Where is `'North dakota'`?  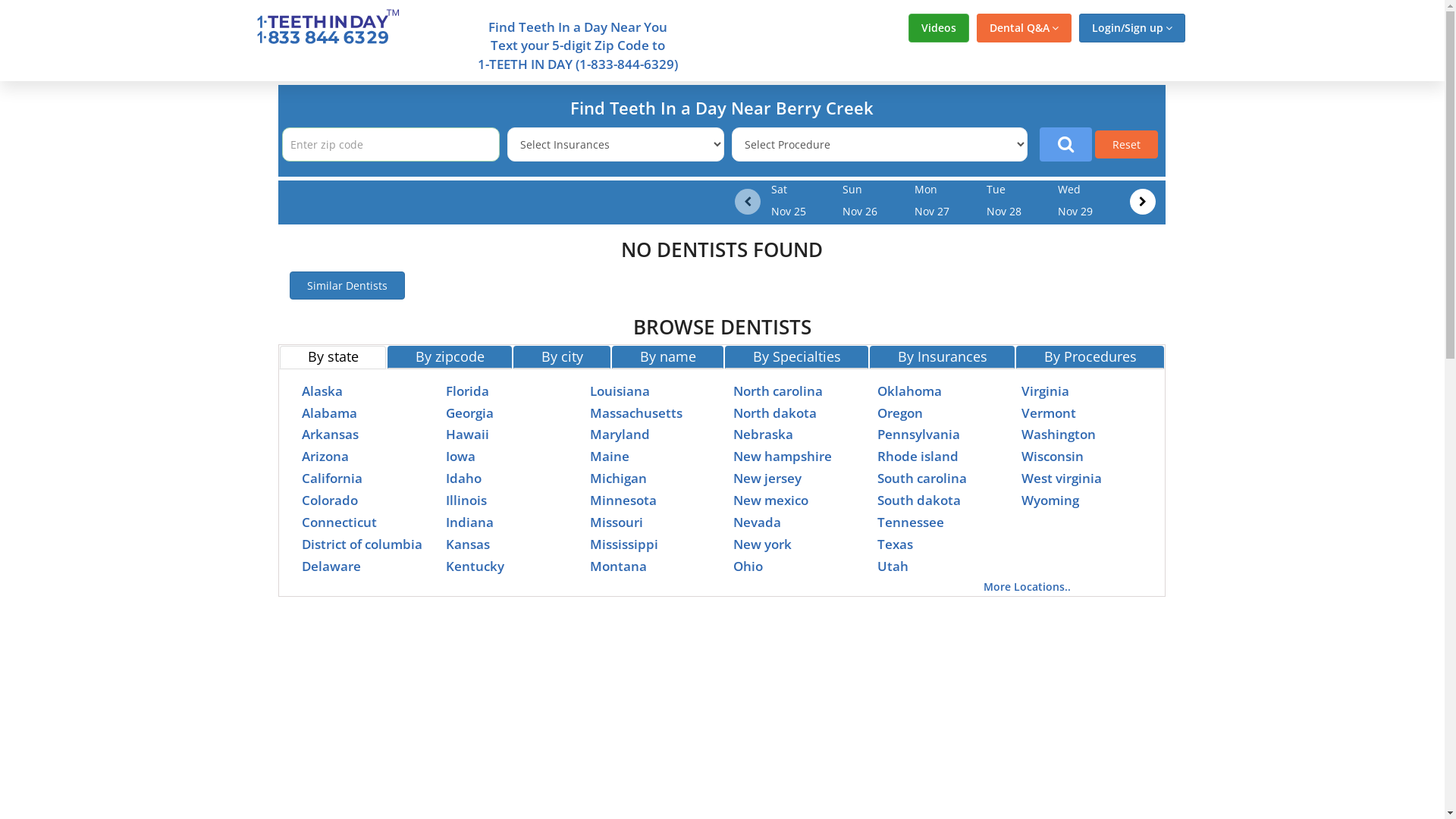
'North dakota' is located at coordinates (733, 413).